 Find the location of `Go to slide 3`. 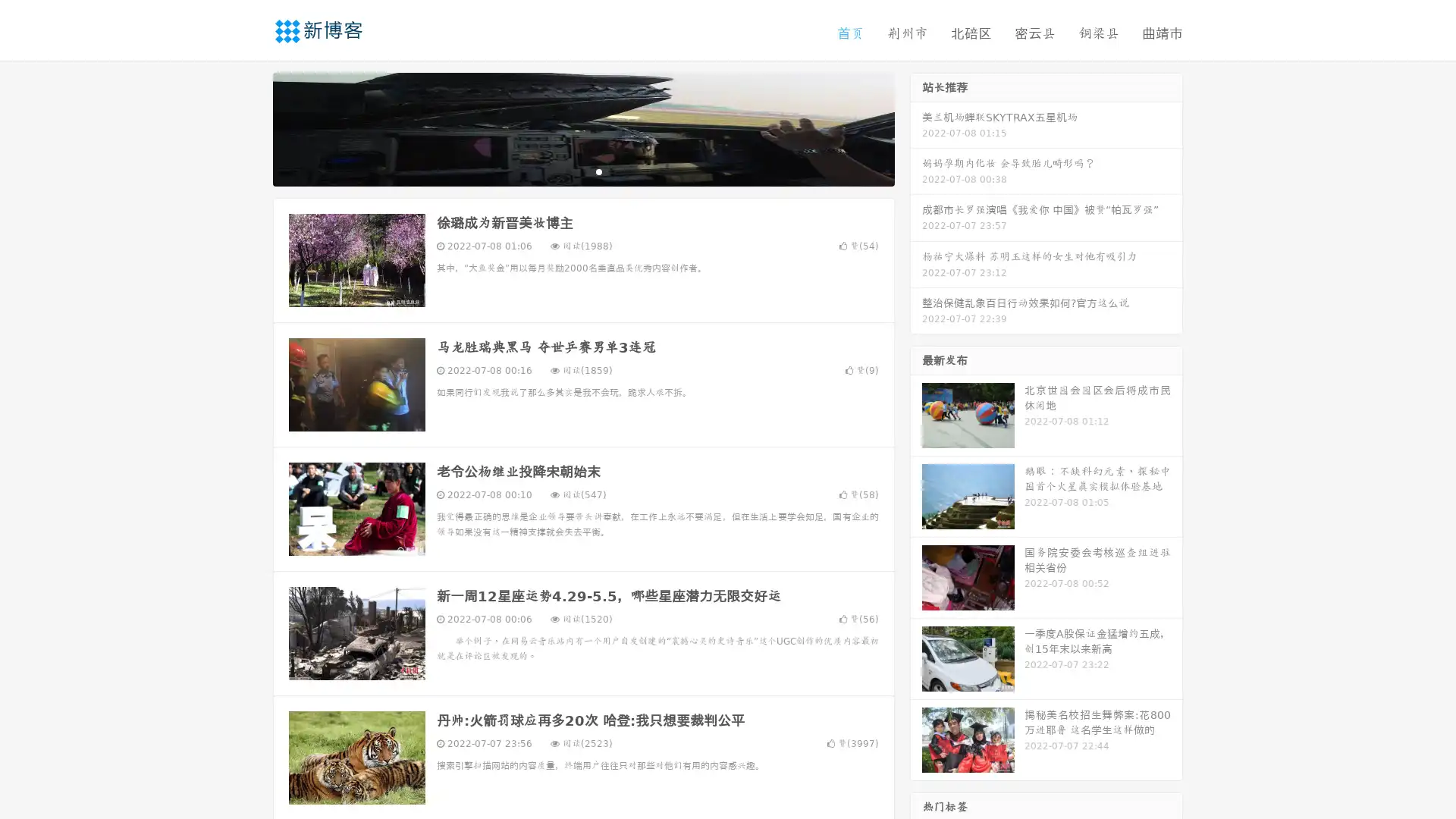

Go to slide 3 is located at coordinates (598, 171).